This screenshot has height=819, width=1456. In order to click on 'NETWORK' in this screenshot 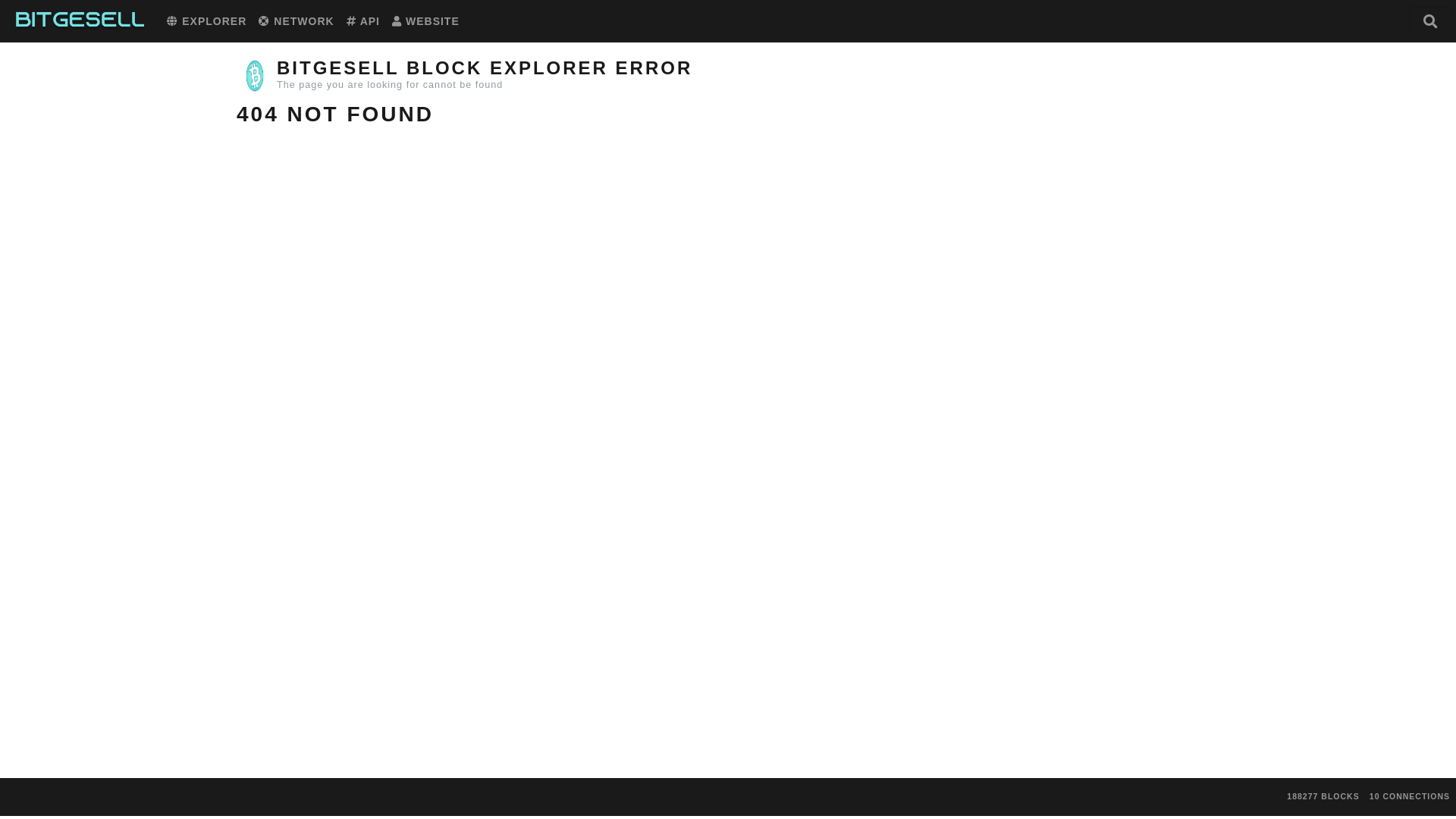, I will do `click(296, 21)`.